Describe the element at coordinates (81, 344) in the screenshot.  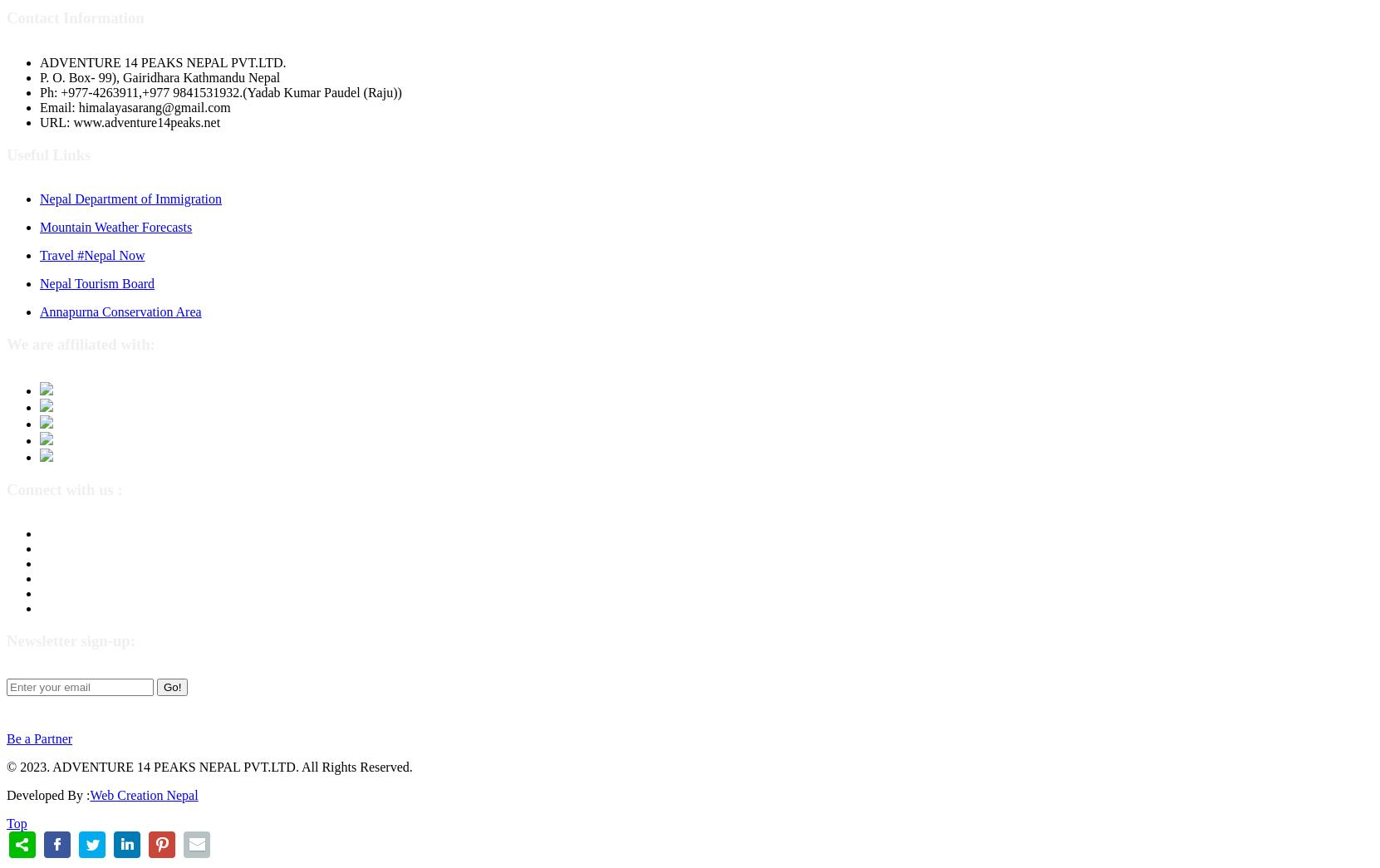
I see `'We are affiliated with:'` at that location.